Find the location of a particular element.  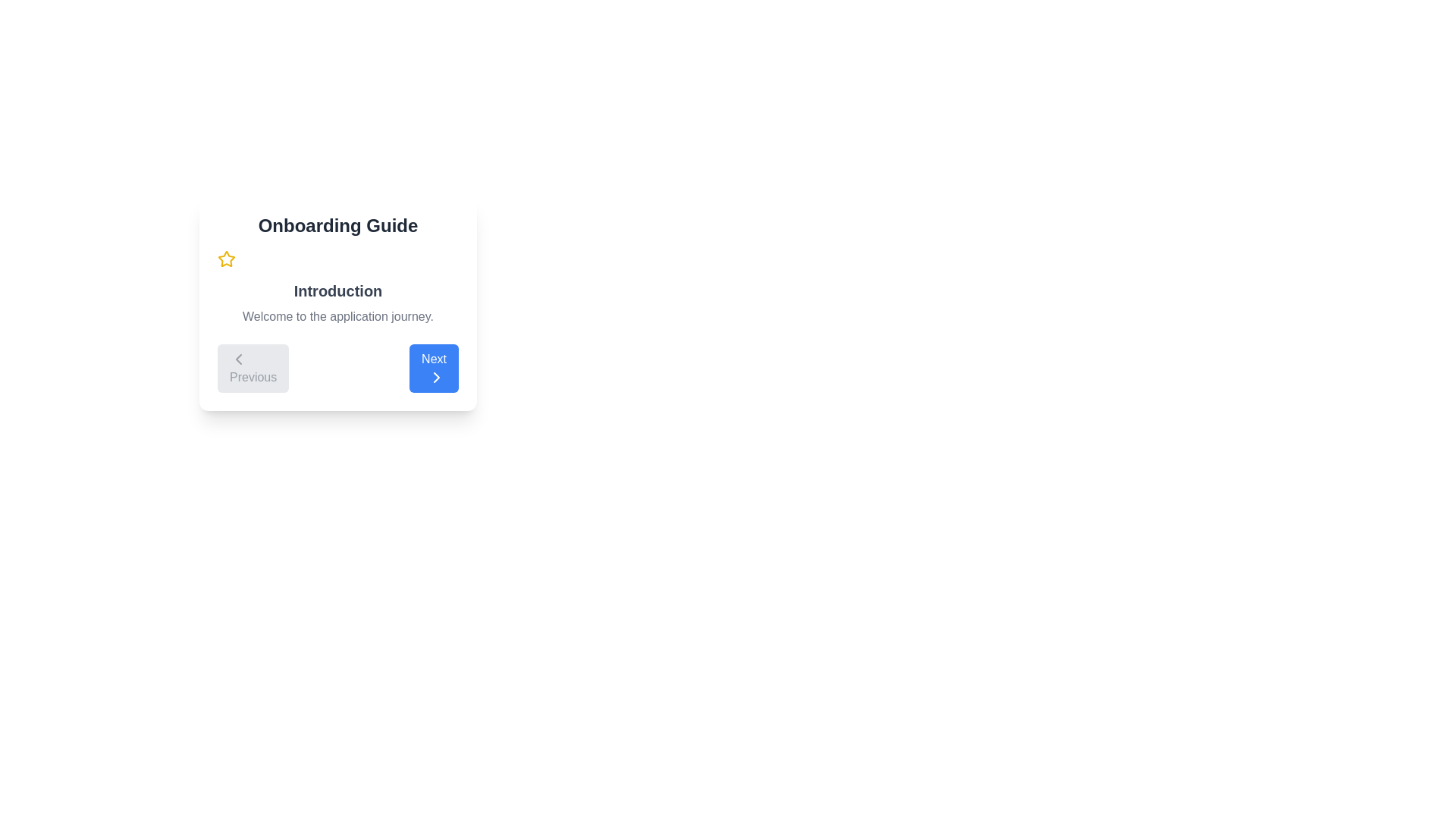

the right-pointing chevron icon on the blue 'Next' button is located at coordinates (436, 376).